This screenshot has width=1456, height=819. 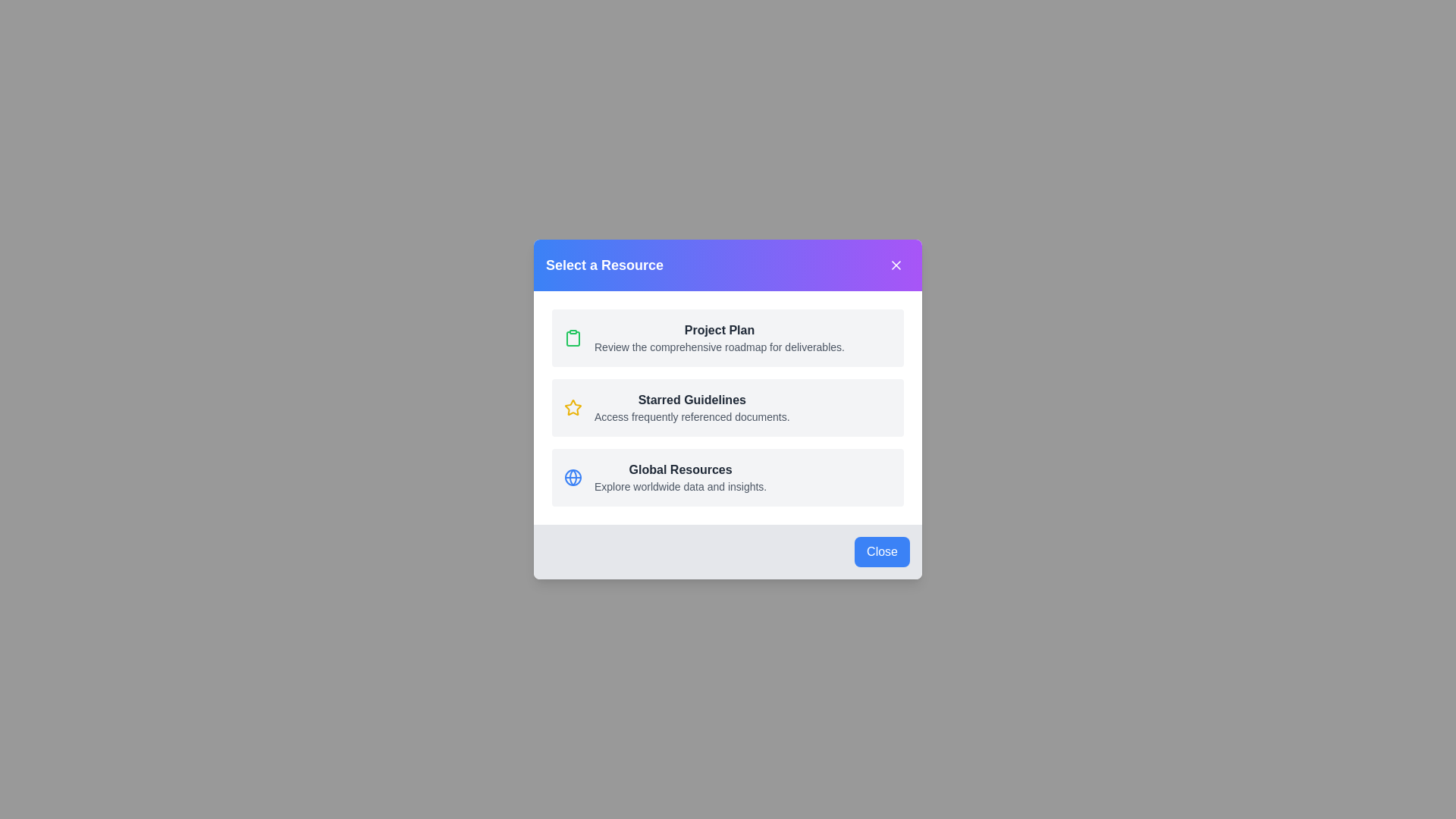 I want to click on the 'Global Resources' resource option, so click(x=728, y=476).